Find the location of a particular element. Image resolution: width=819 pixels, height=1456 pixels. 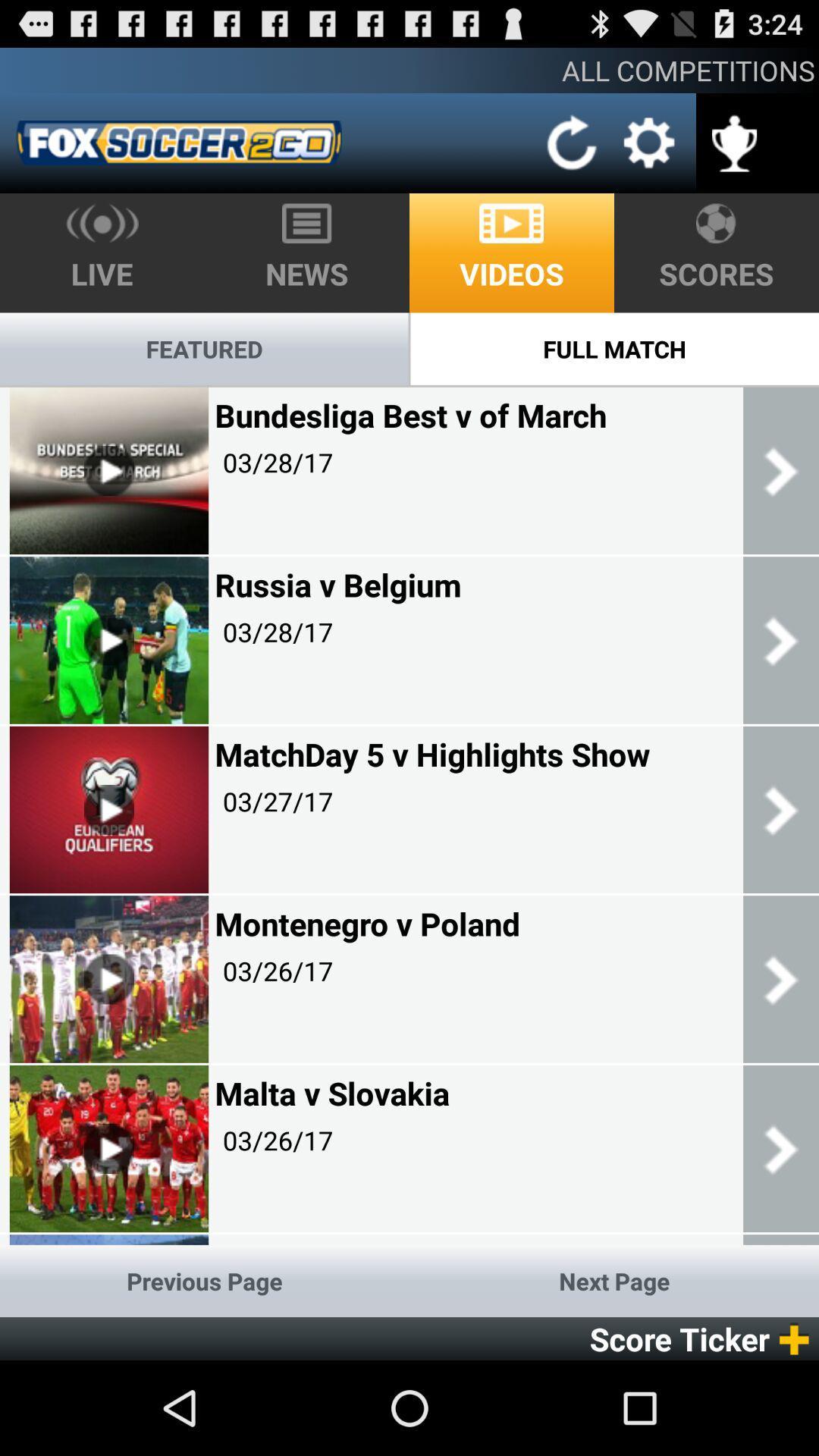

the first right scroll in the image is located at coordinates (780, 469).